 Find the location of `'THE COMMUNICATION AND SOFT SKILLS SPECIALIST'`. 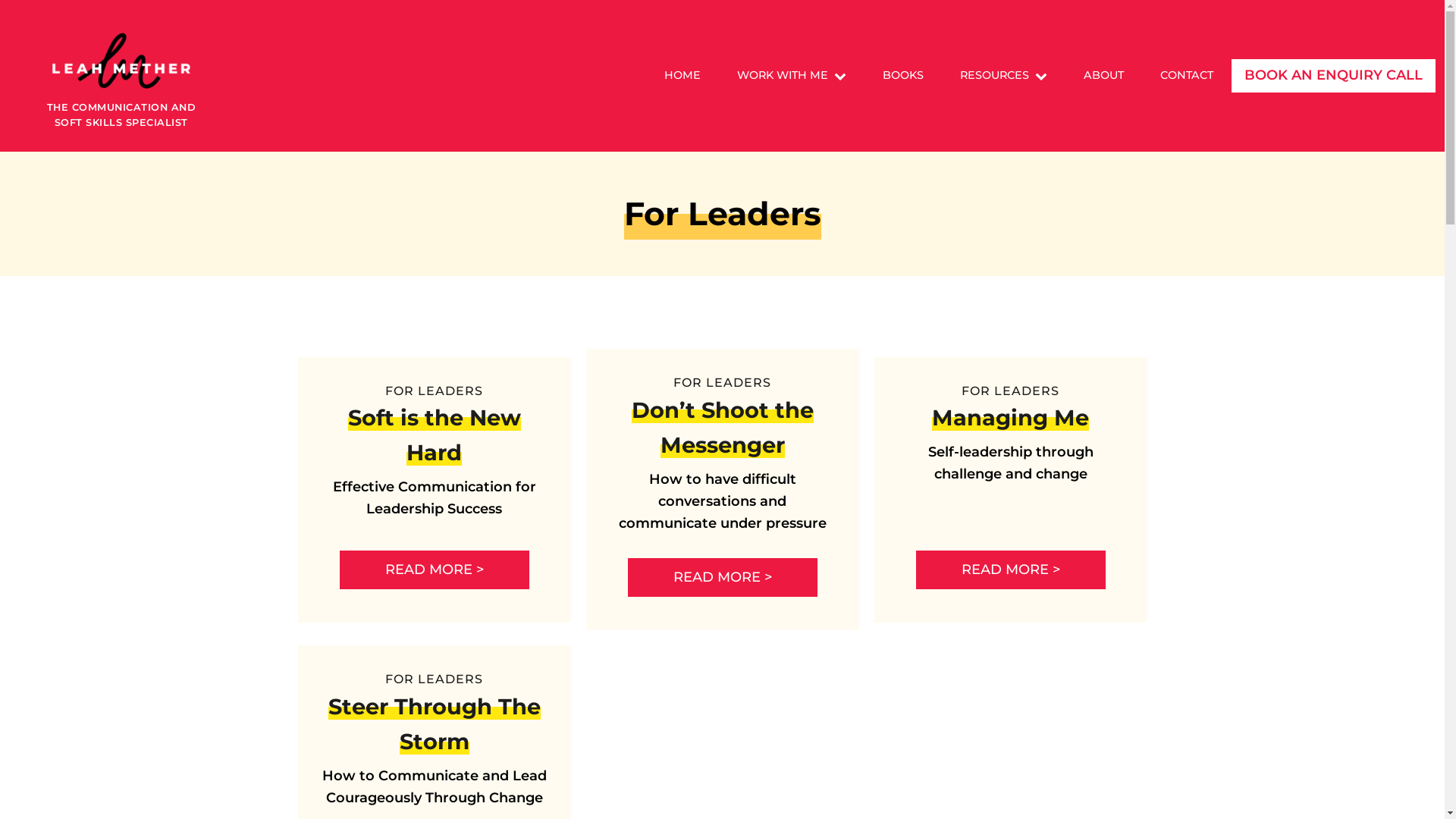

'THE COMMUNICATION AND SOFT SKILLS SPECIALIST' is located at coordinates (120, 76).